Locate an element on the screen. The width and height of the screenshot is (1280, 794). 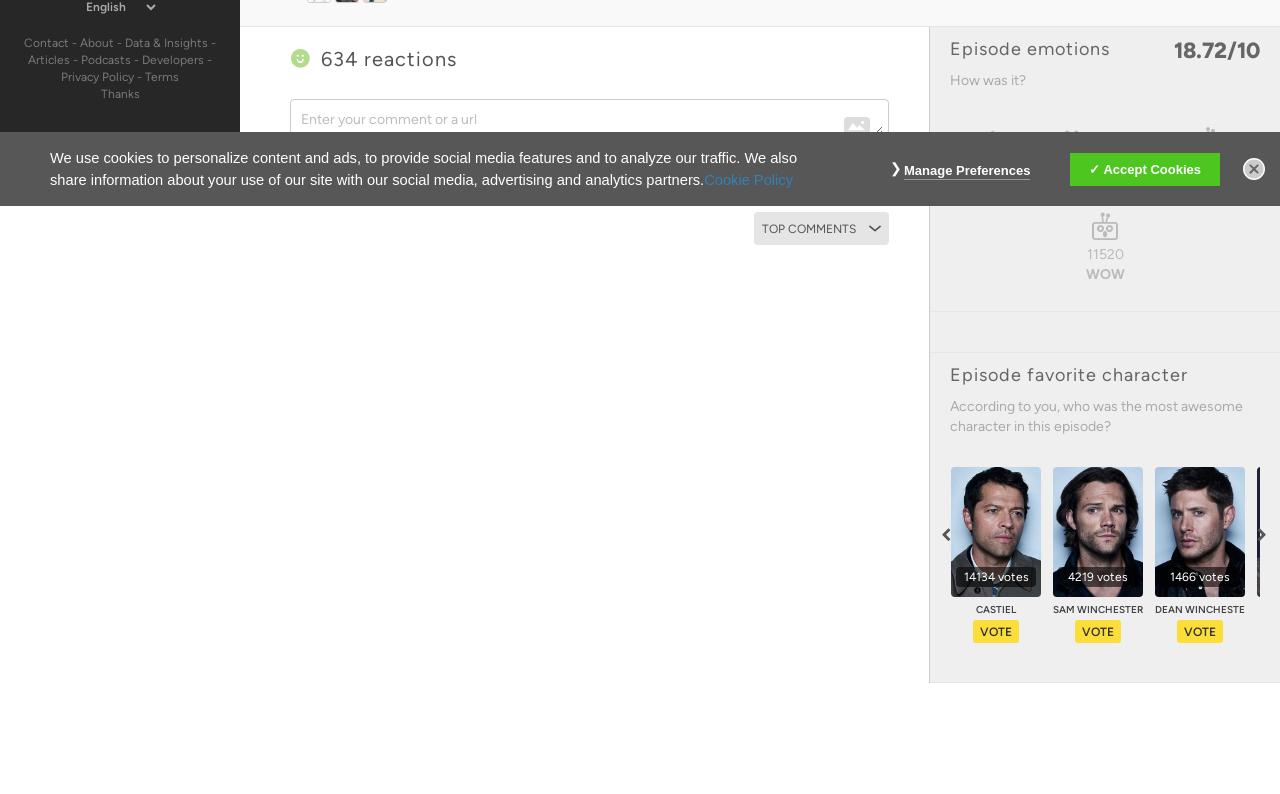
'10' is located at coordinates (1235, 50).